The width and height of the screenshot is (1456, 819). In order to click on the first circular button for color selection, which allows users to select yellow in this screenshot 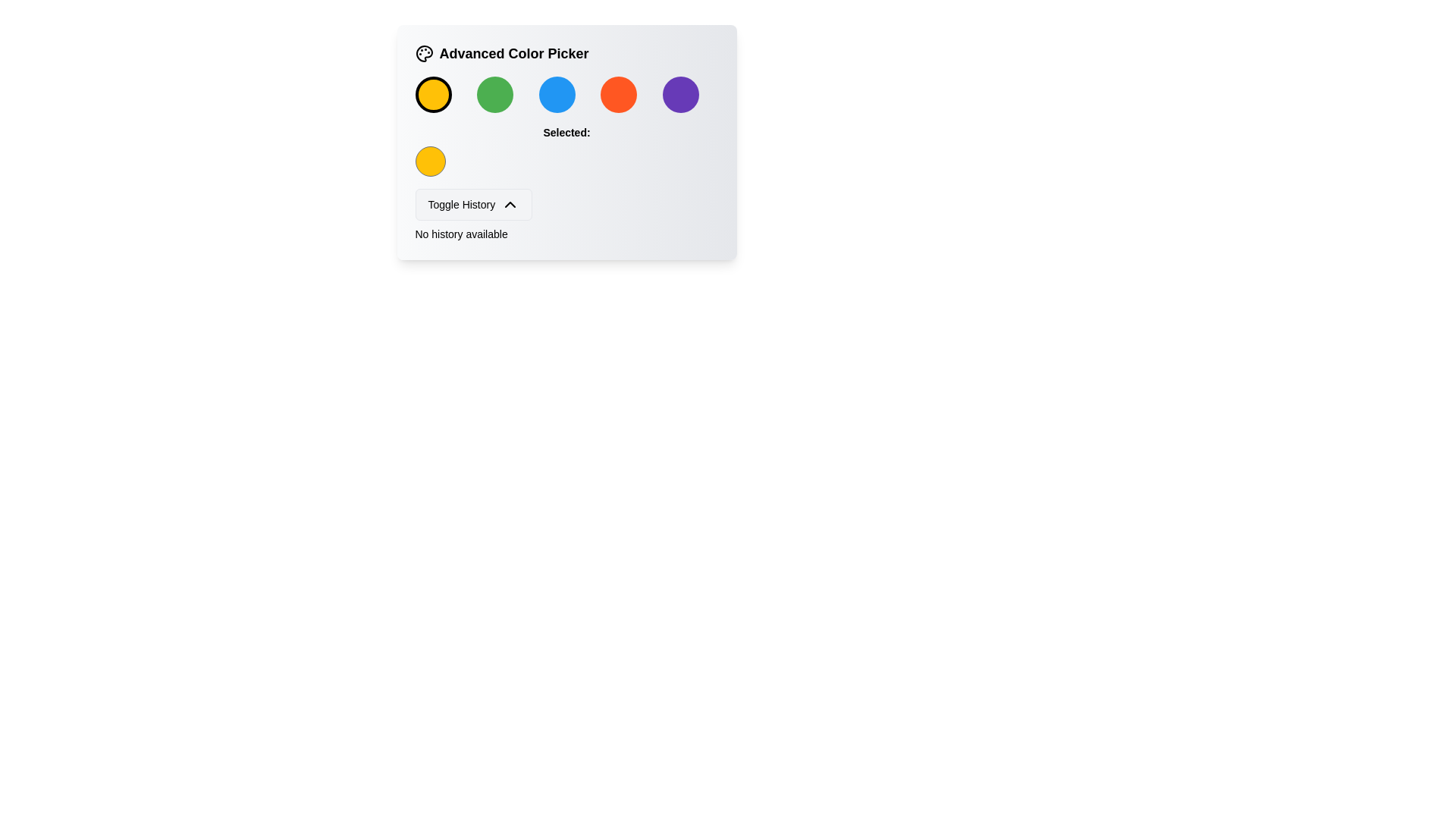, I will do `click(432, 94)`.